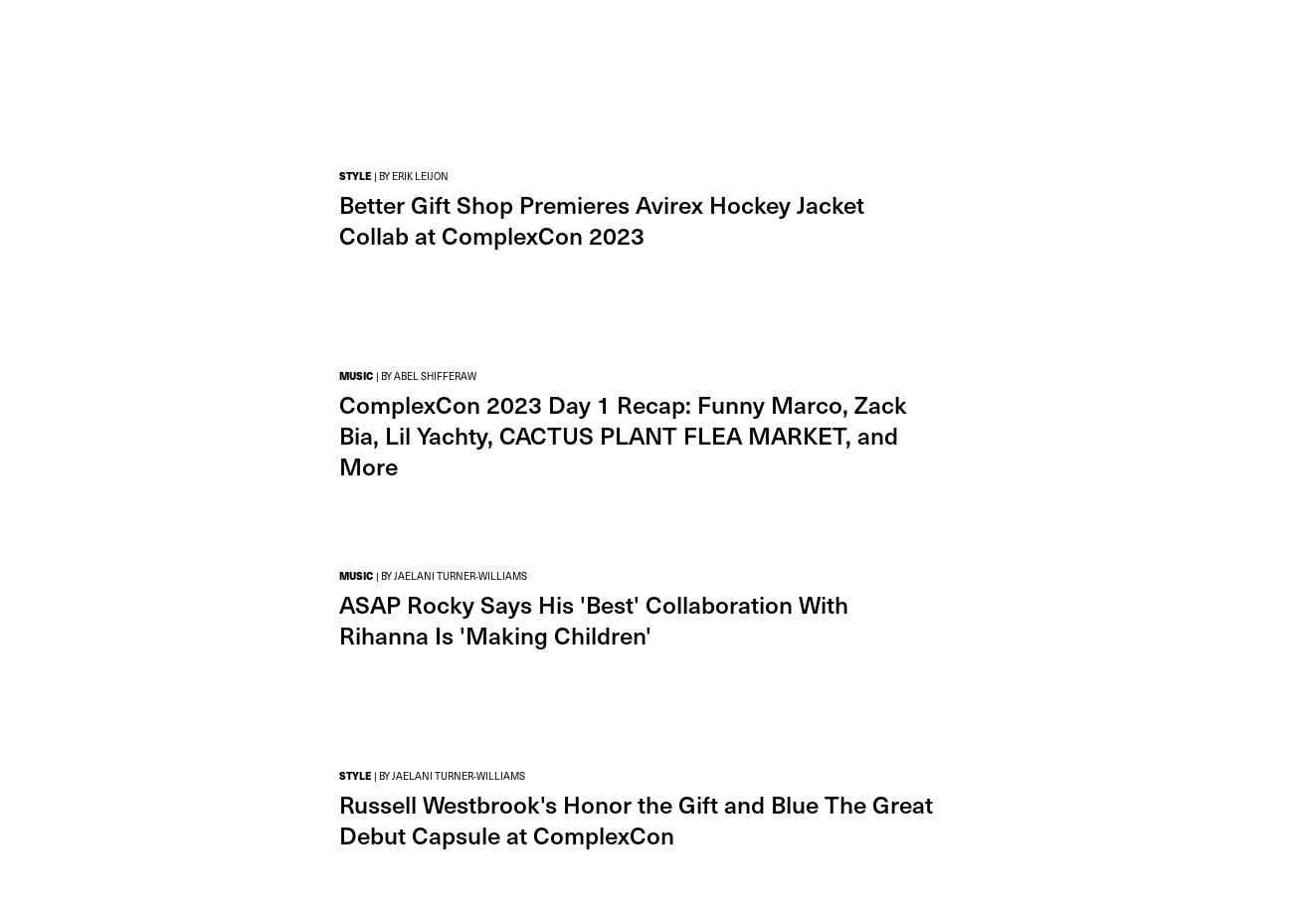 The height and width of the screenshot is (924, 1293). Describe the element at coordinates (602, 218) in the screenshot. I see `'Better Gift Shop Premieres Avirex Hockey Jacket Collab at ComplexCon 2023'` at that location.